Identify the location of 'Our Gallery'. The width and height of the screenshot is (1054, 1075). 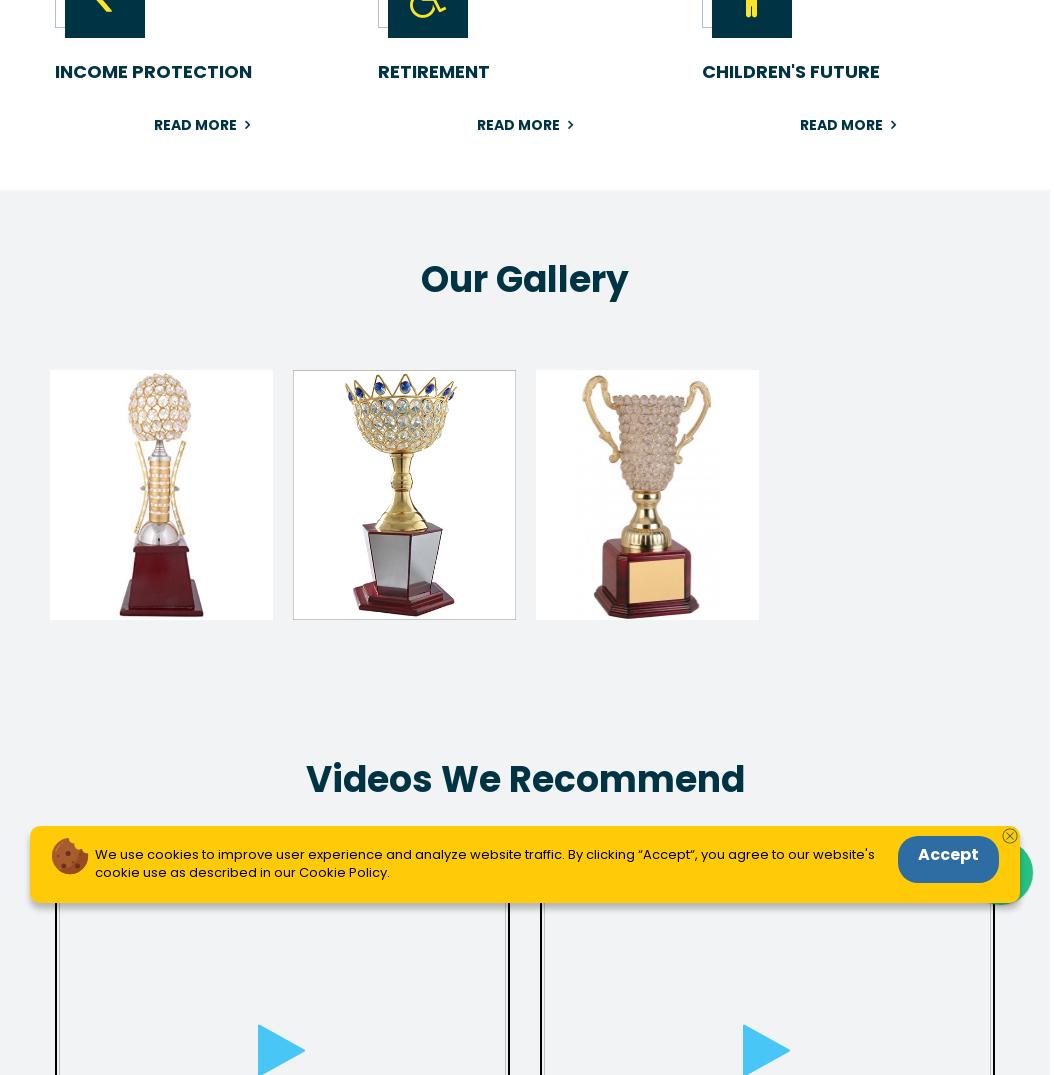
(523, 279).